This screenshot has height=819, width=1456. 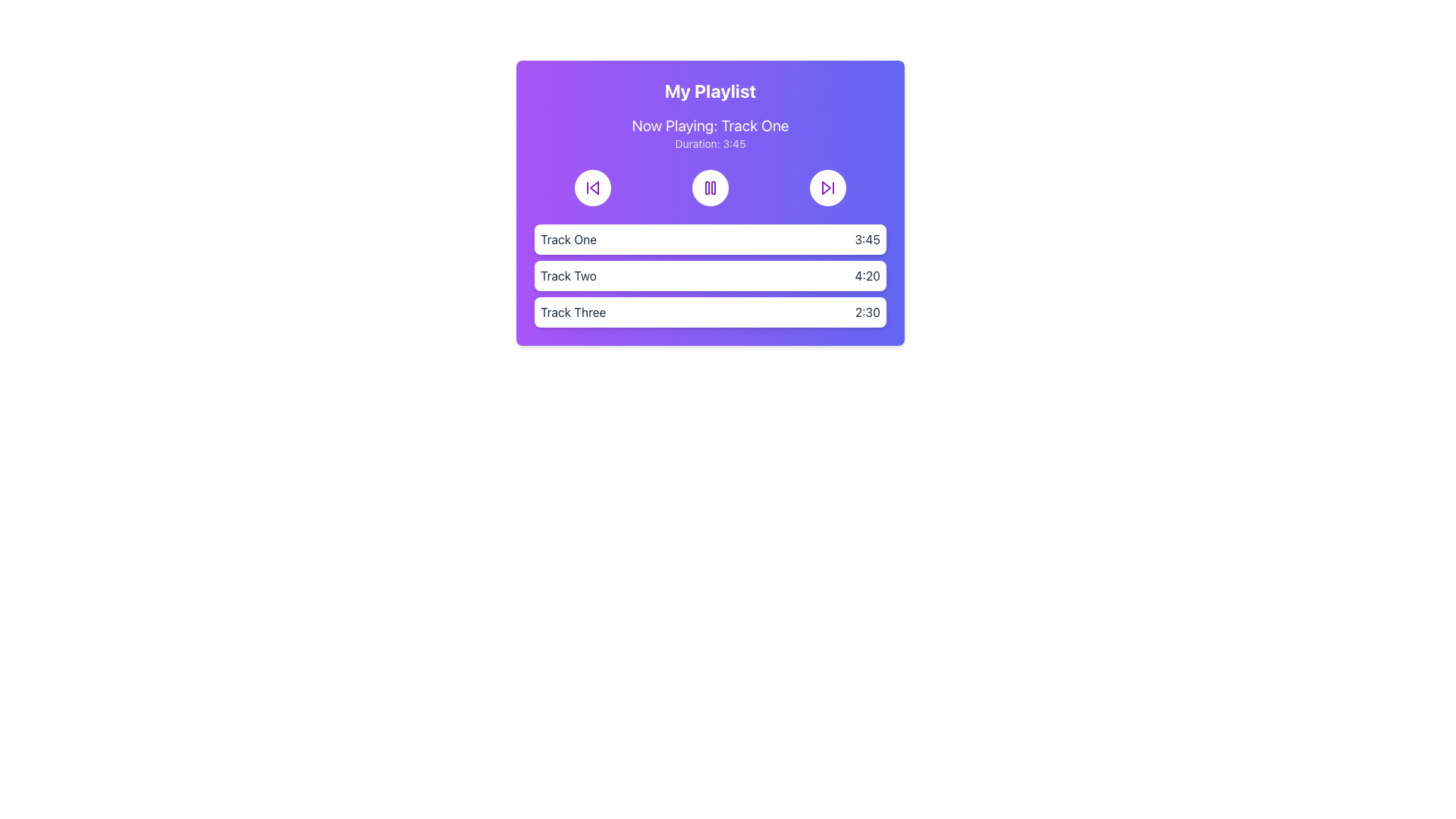 What do you see at coordinates (573, 312) in the screenshot?
I see `the 'Track Three' text label, which is styled with a clean font and located in a playlist interface, positioned below 'Track One' and 'Track Two'` at bounding box center [573, 312].